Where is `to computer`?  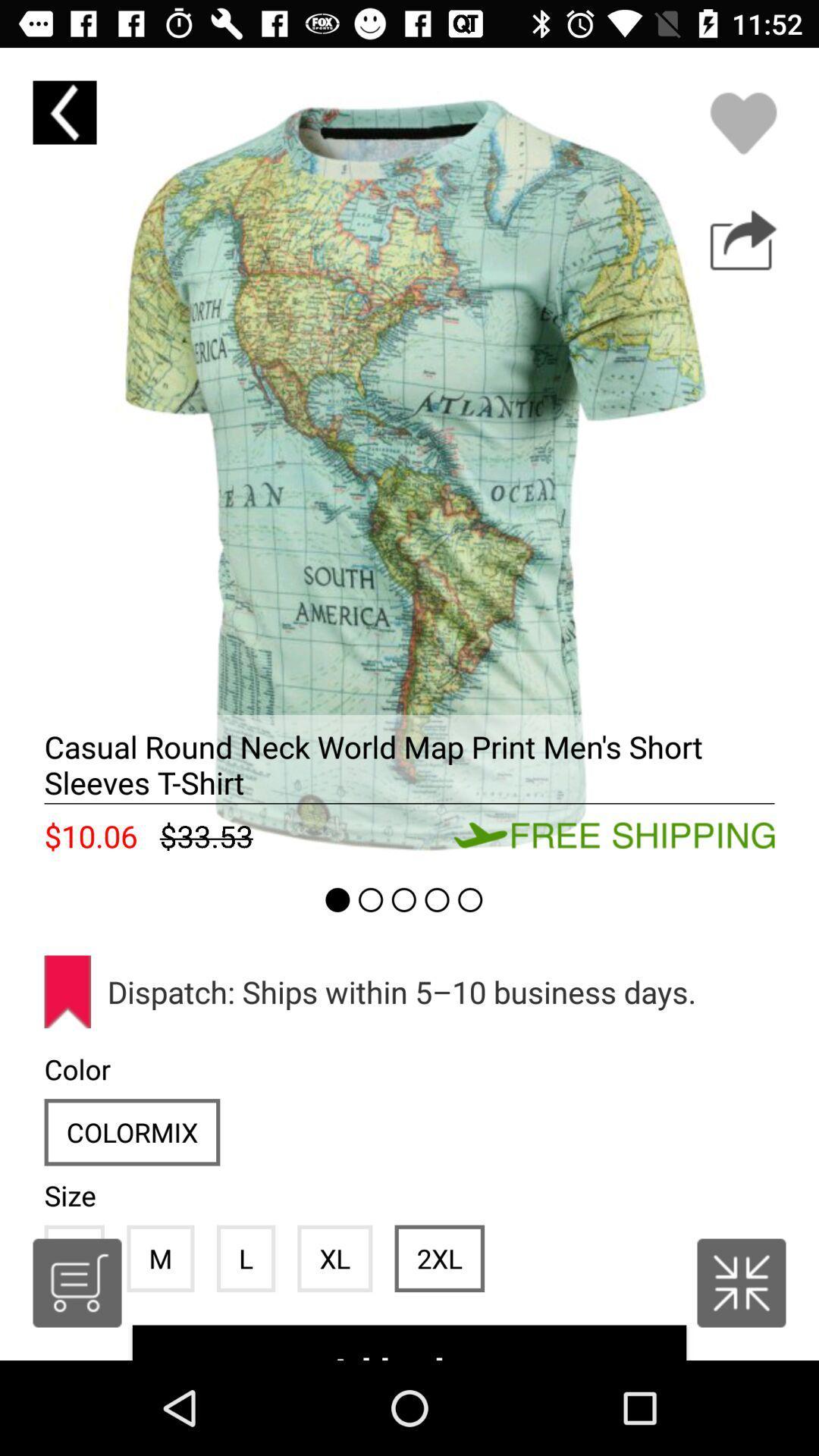 to computer is located at coordinates (742, 240).